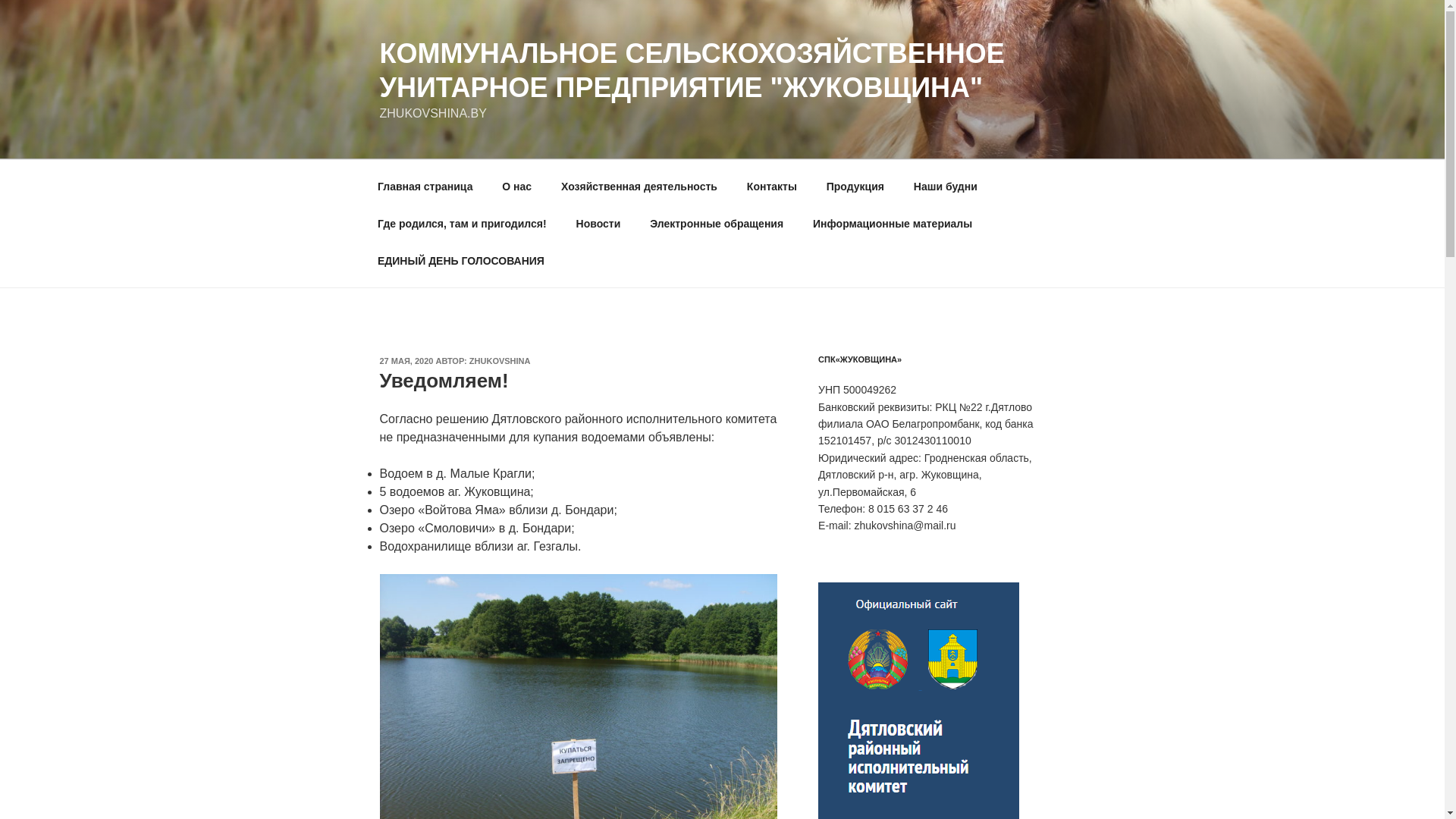  Describe the element at coordinates (500, 360) in the screenshot. I see `'ZHUKOVSHINA'` at that location.